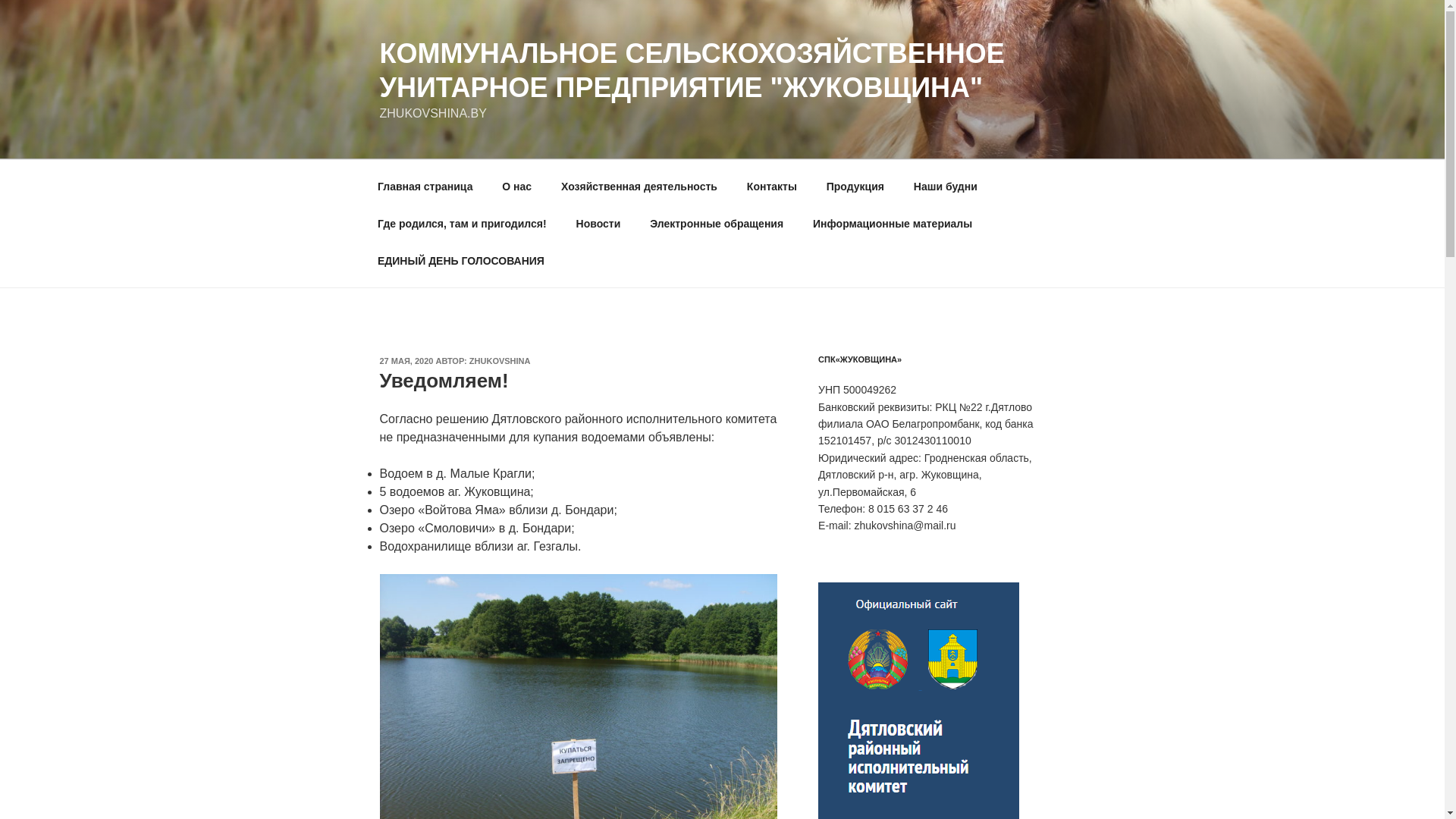  Describe the element at coordinates (500, 360) in the screenshot. I see `'ZHUKOVSHINA'` at that location.